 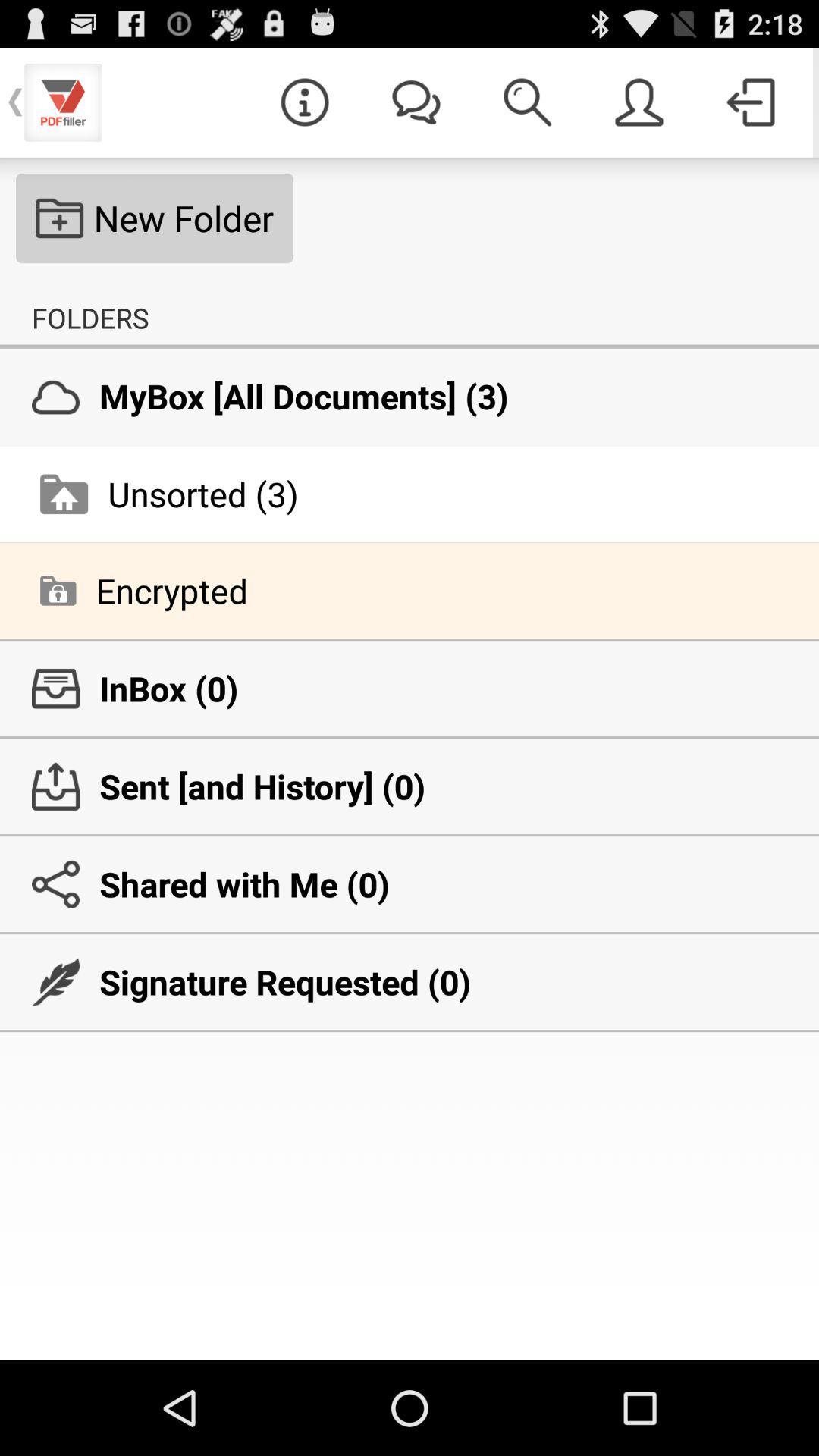 What do you see at coordinates (409, 688) in the screenshot?
I see `the inbox (0) app` at bounding box center [409, 688].